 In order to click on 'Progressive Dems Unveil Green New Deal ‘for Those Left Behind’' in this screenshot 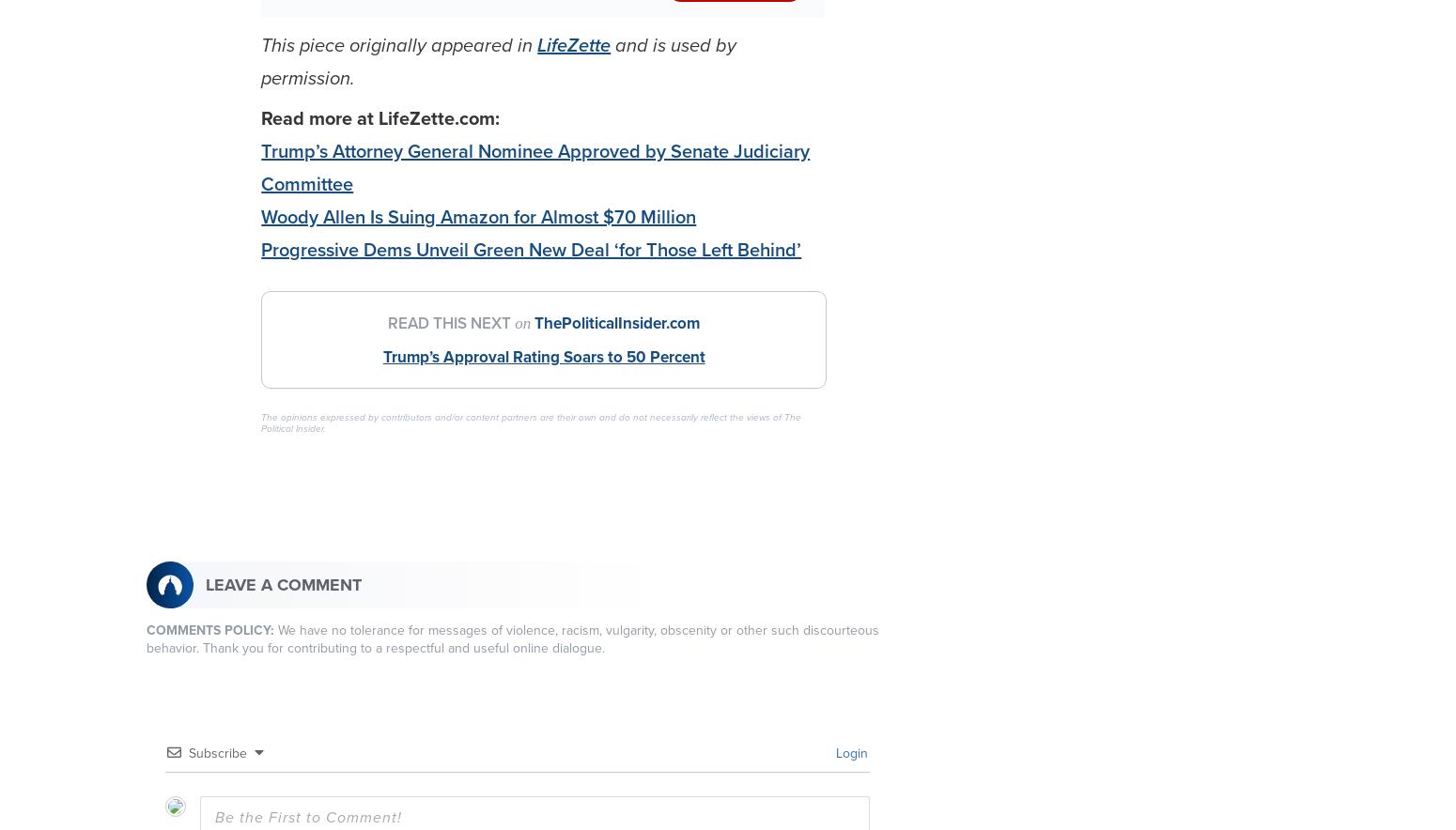, I will do `click(531, 249)`.